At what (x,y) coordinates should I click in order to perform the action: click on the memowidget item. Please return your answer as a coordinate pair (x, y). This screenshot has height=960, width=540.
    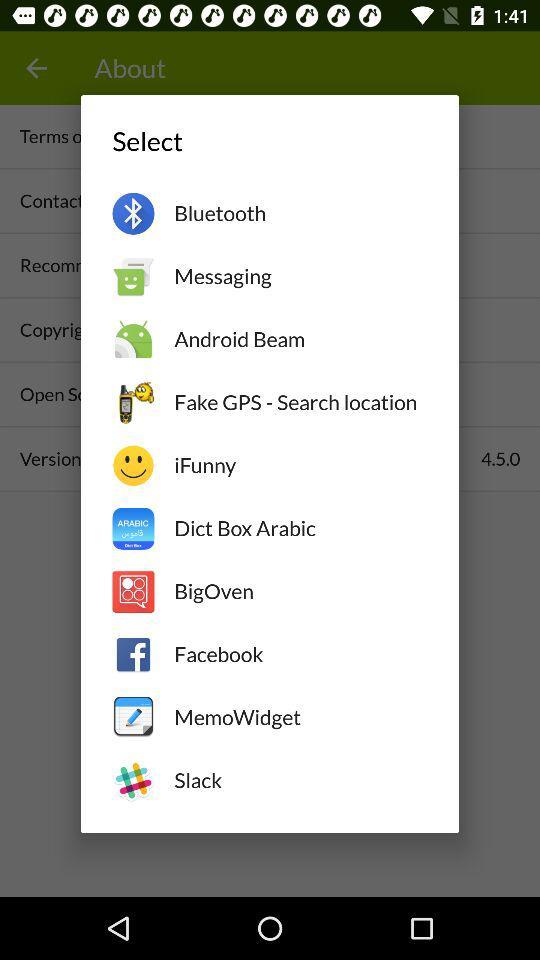
    Looking at the image, I should click on (299, 717).